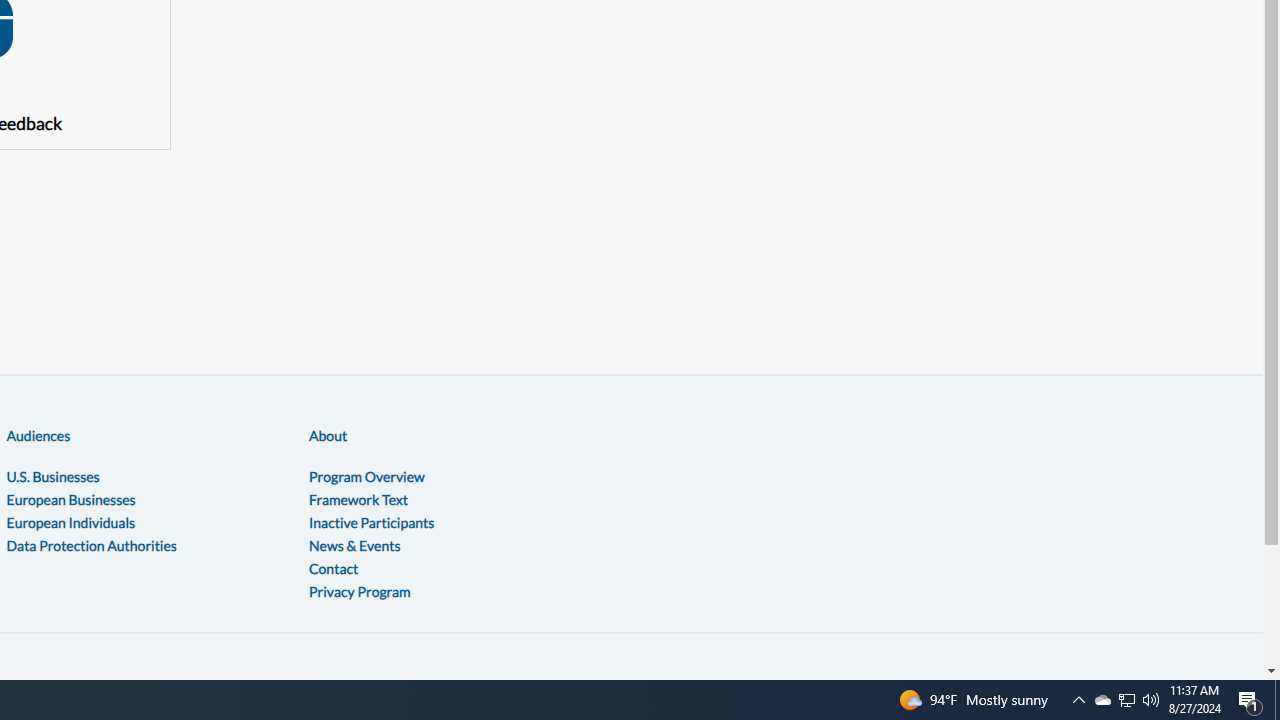 This screenshot has height=720, width=1280. Describe the element at coordinates (71, 498) in the screenshot. I see `'European Businesses'` at that location.